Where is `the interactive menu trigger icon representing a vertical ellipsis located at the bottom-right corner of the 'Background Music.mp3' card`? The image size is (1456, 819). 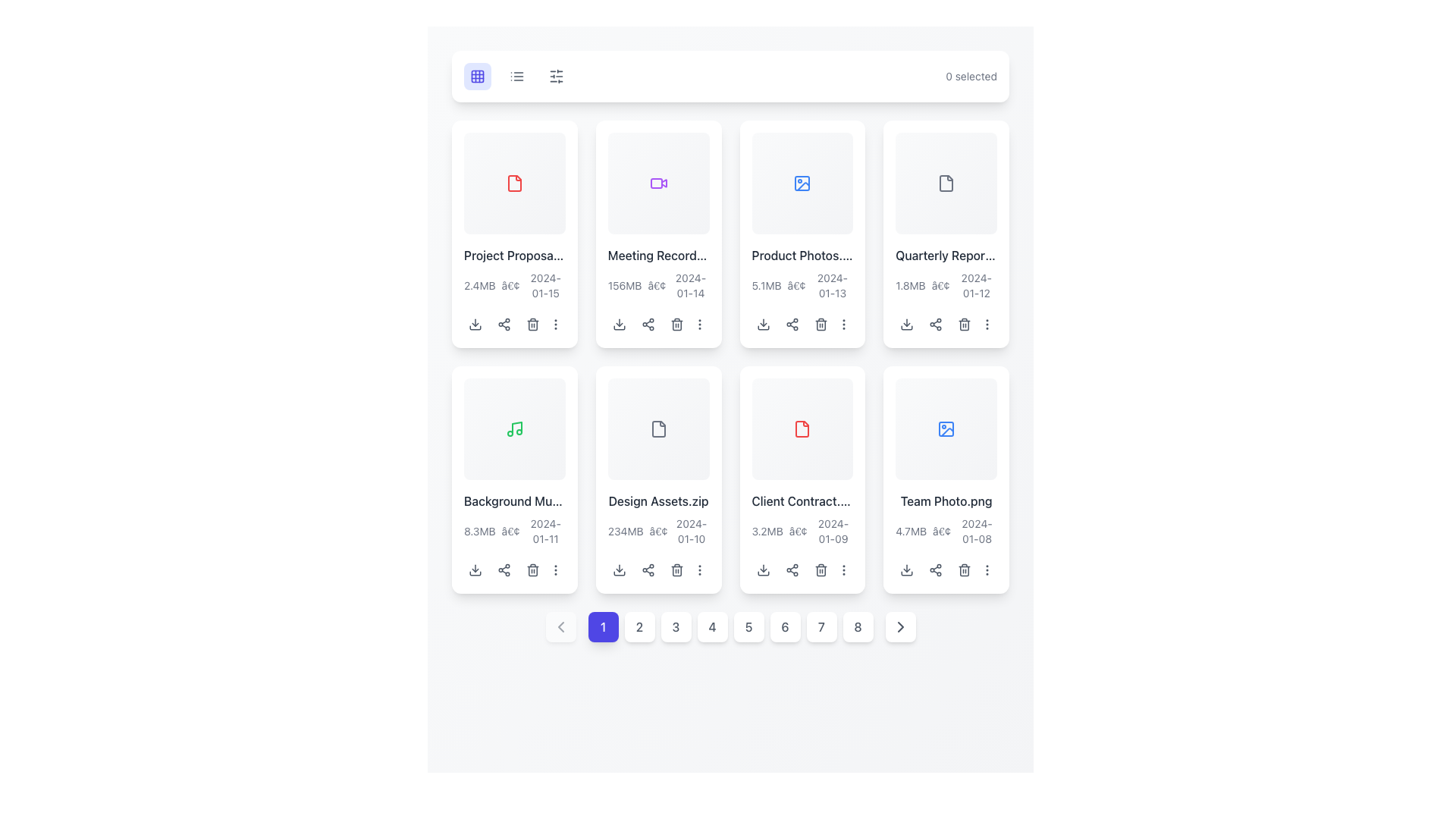
the interactive menu trigger icon representing a vertical ellipsis located at the bottom-right corner of the 'Background Music.mp3' card is located at coordinates (555, 570).